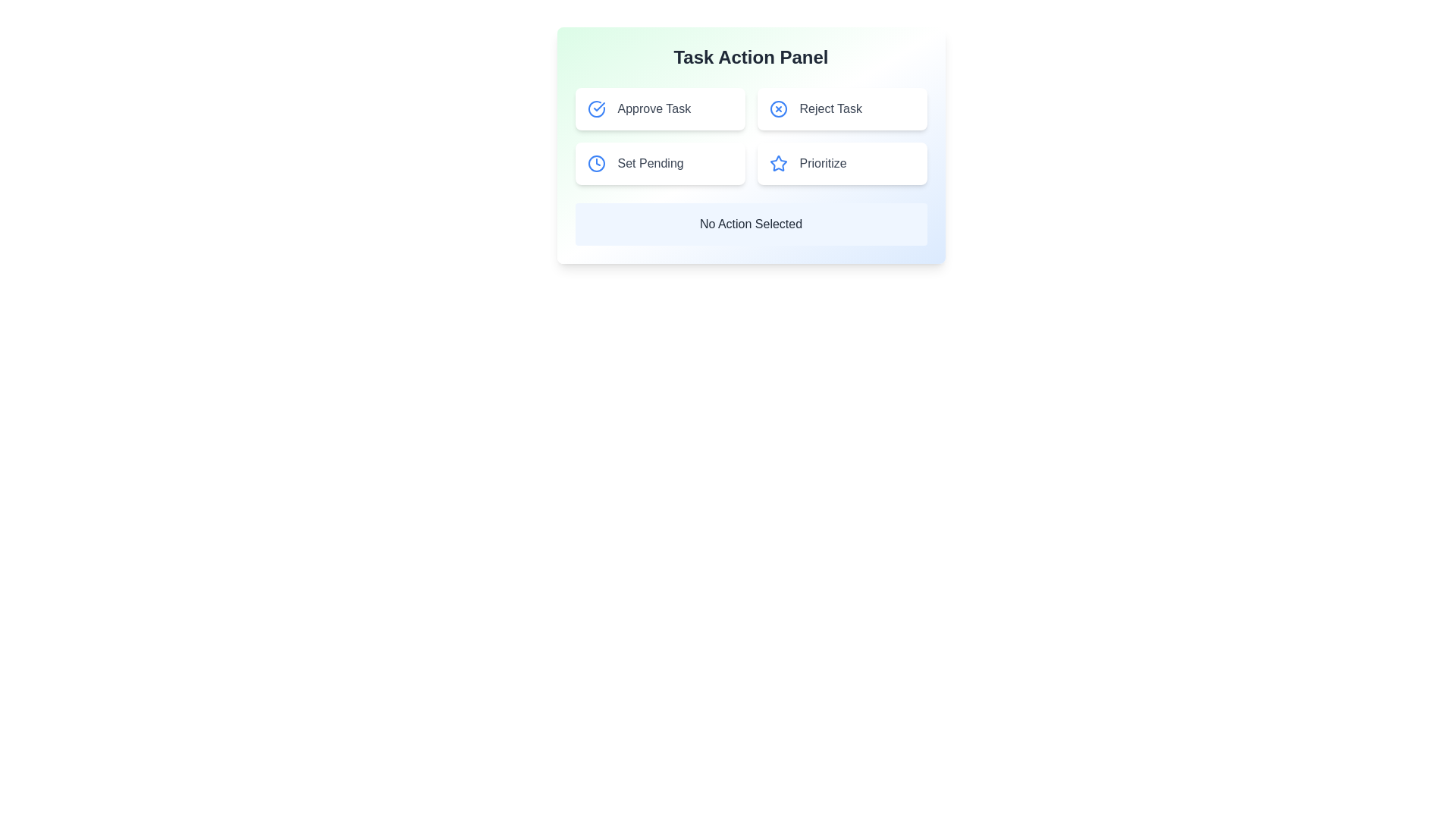 This screenshot has width=1456, height=819. I want to click on the blue circular clock icon located to the left of the 'Set Pending' button in the second row of buttons, so click(595, 164).